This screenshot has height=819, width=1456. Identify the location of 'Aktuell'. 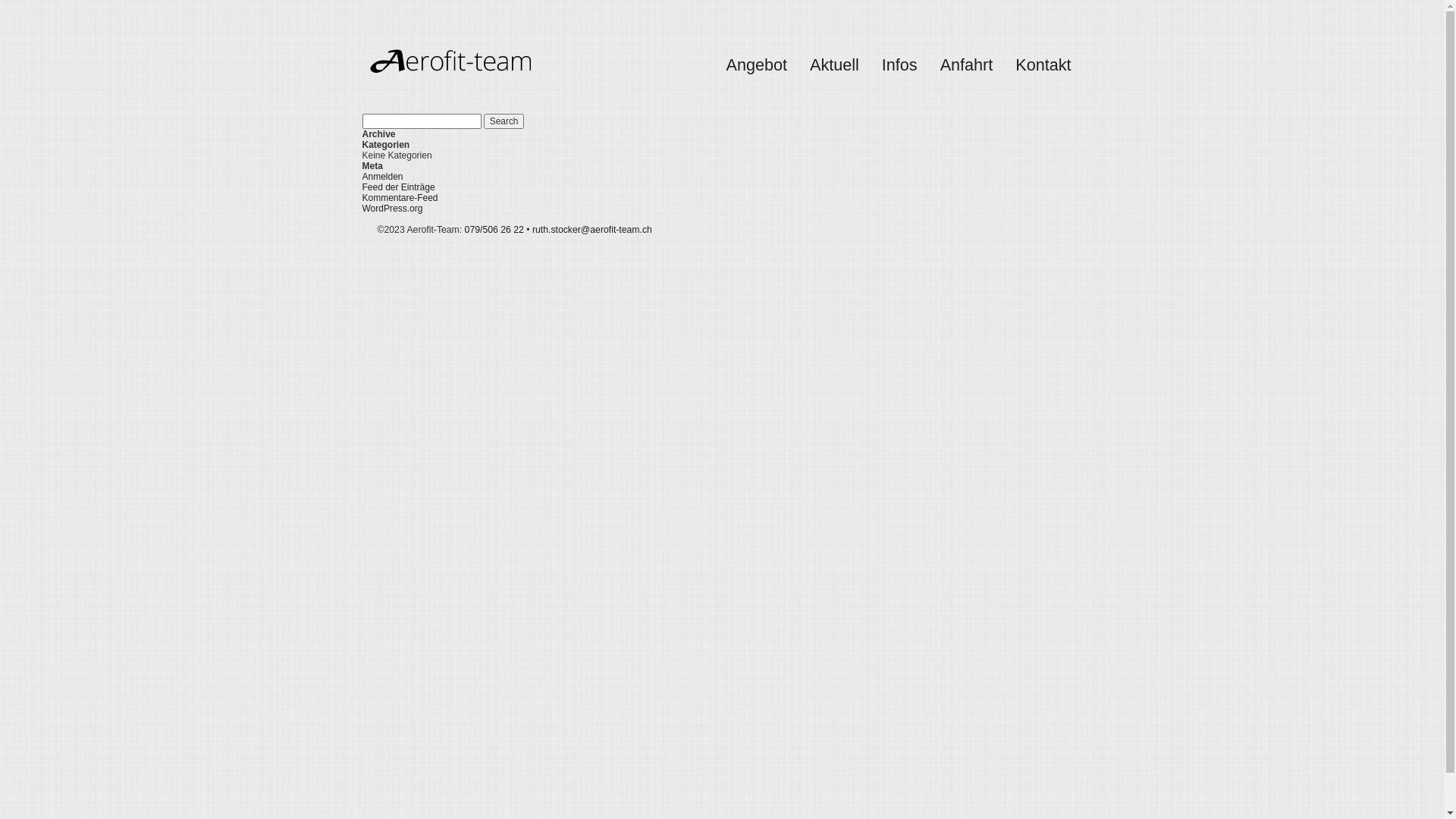
(833, 64).